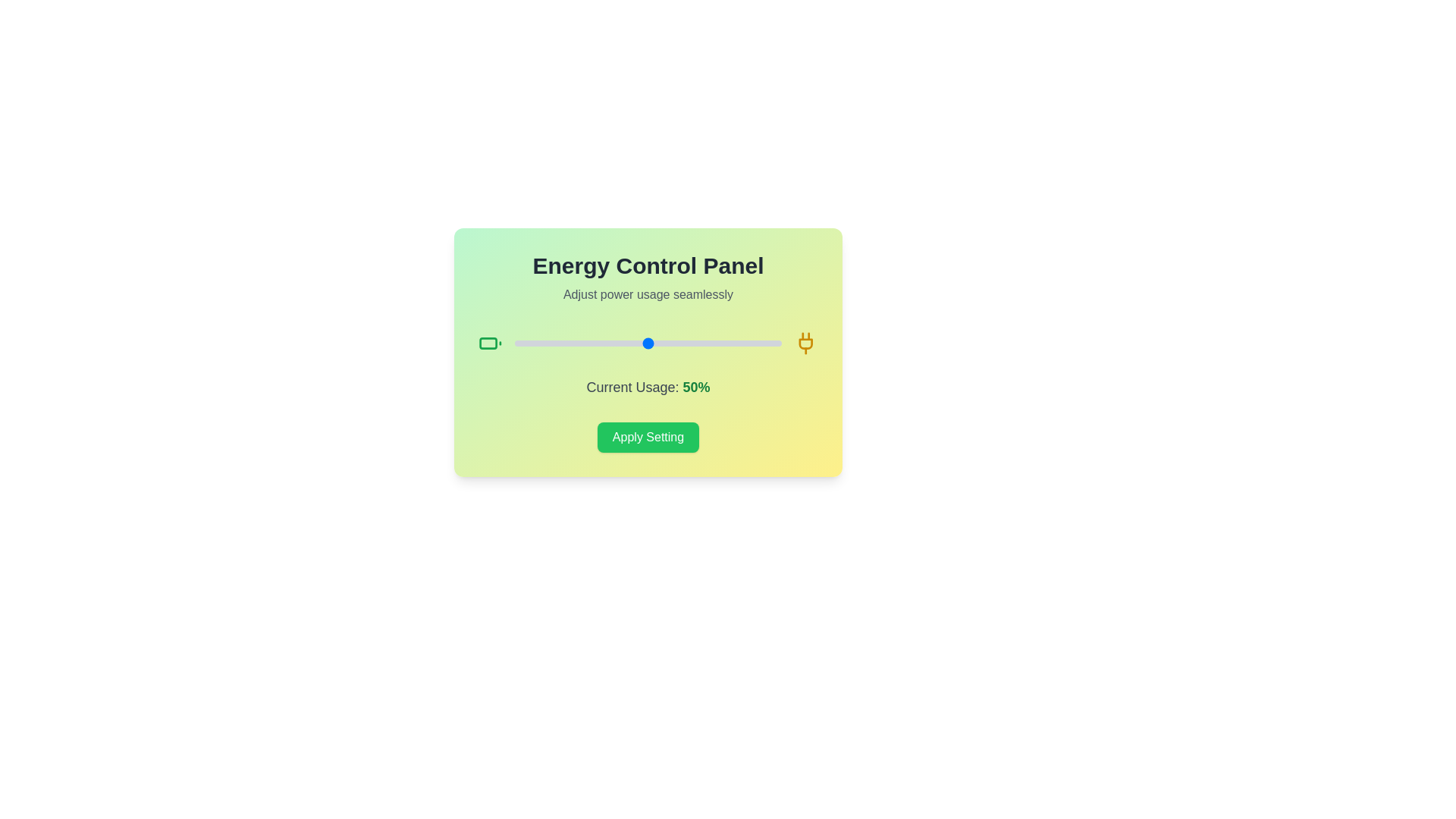  Describe the element at coordinates (519, 343) in the screenshot. I see `the current usage` at that location.